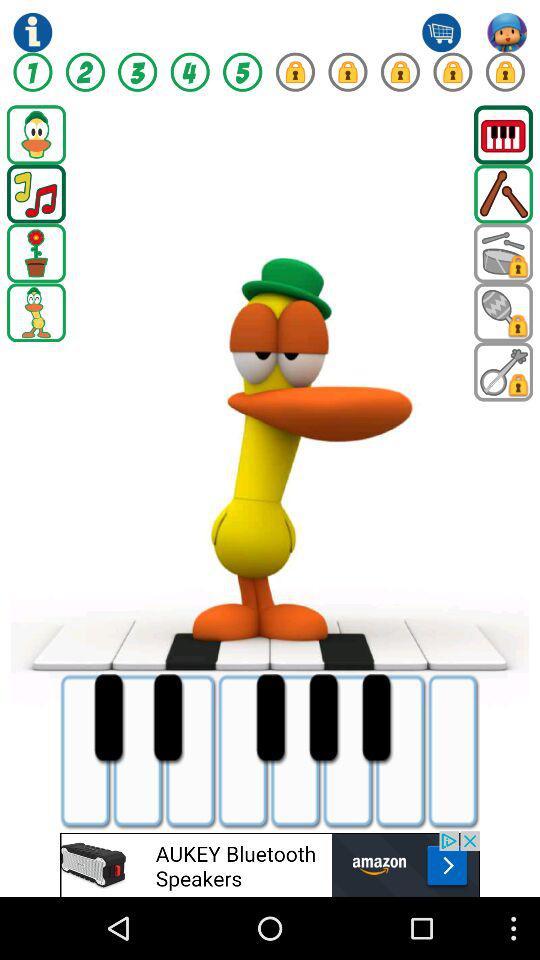 The width and height of the screenshot is (540, 960). Describe the element at coordinates (502, 133) in the screenshot. I see `games` at that location.